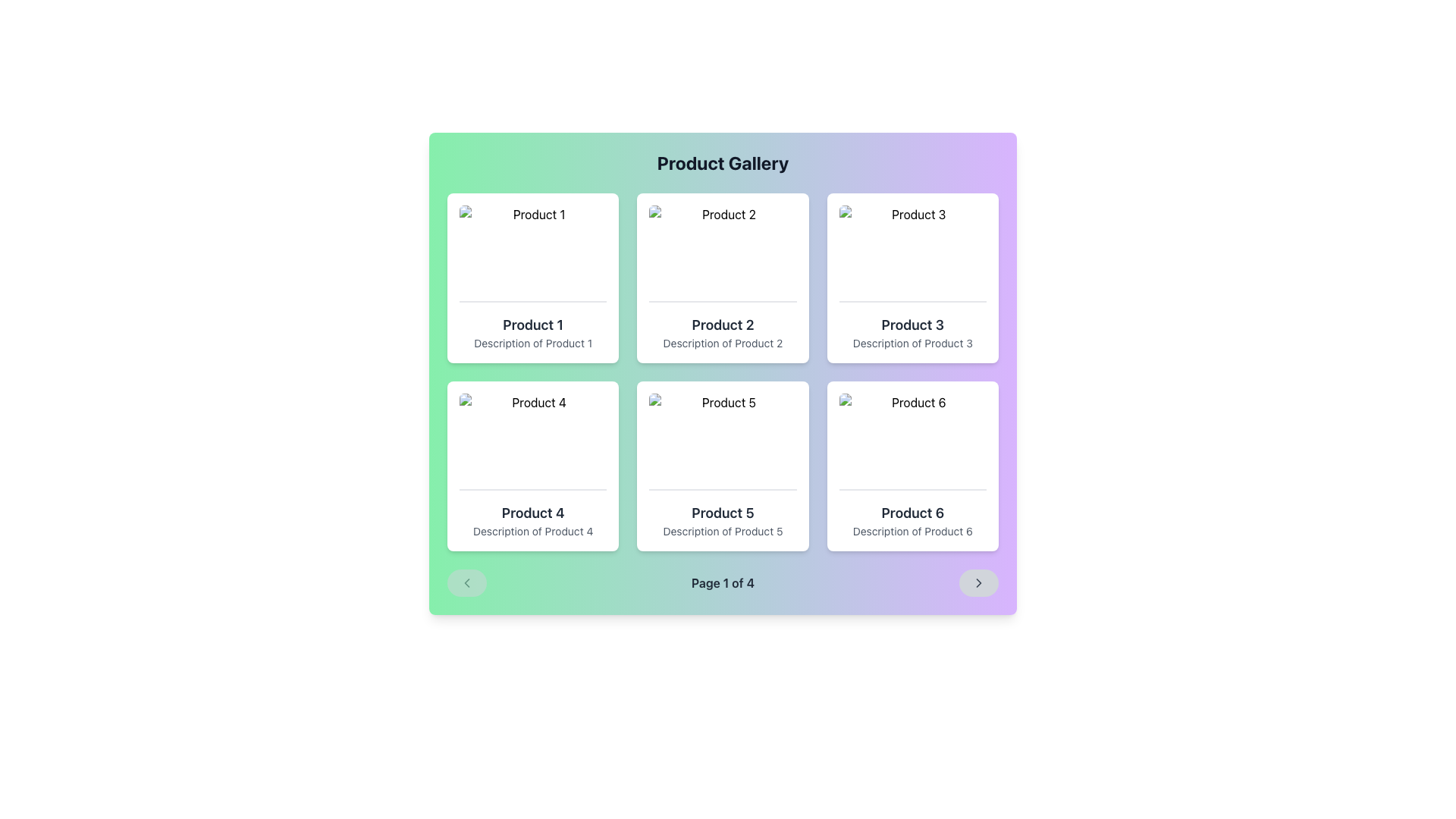  What do you see at coordinates (979, 582) in the screenshot?
I see `the chevron icon located at the bottom-right corner of the gray circular button` at bounding box center [979, 582].